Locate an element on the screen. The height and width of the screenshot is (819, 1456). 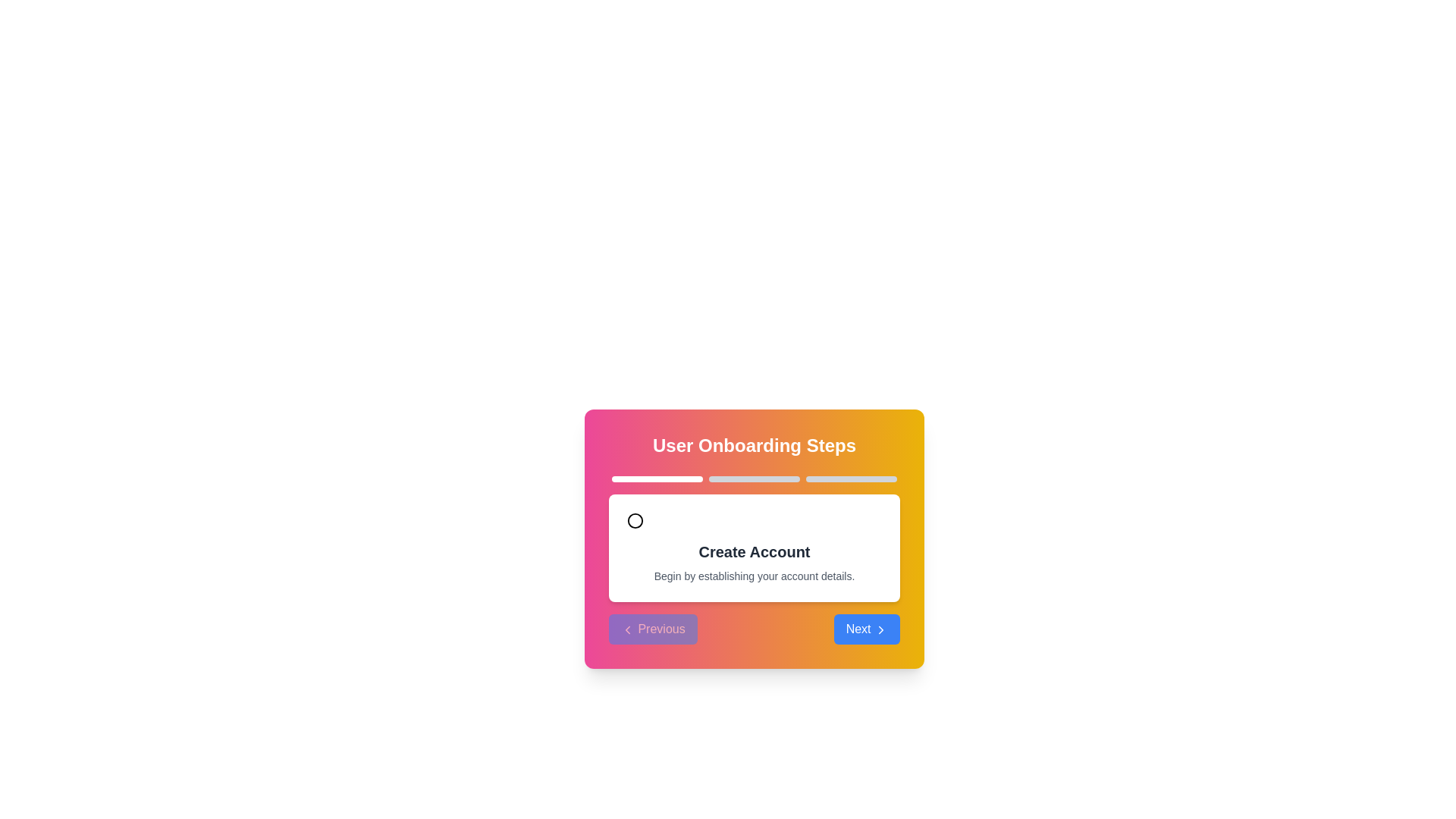
the first progress indicator segment in the onboarding process, which is located just below the 'User Onboarding Steps' heading is located at coordinates (657, 479).